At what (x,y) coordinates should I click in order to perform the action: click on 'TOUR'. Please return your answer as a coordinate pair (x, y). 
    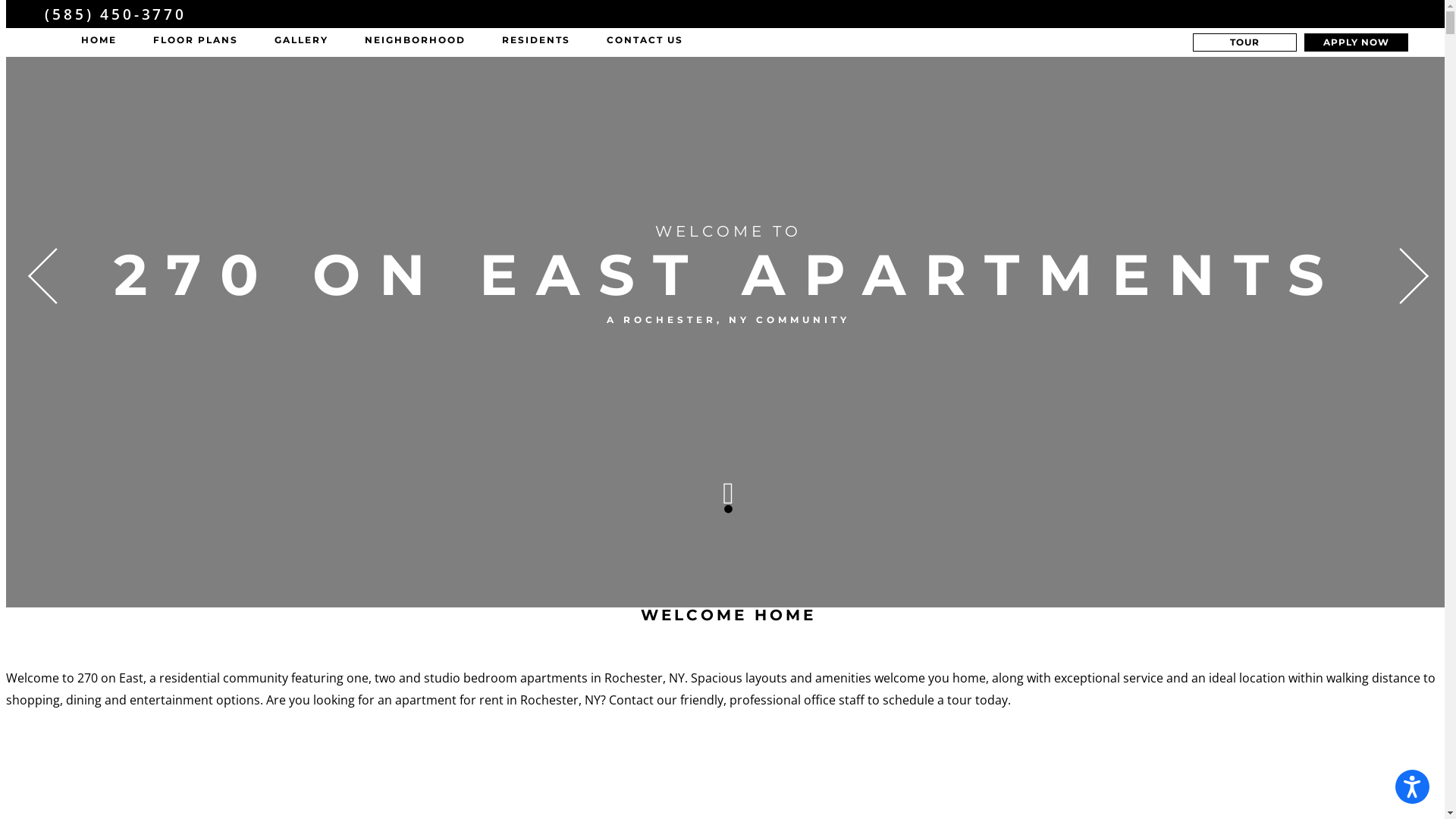
    Looking at the image, I should click on (1244, 42).